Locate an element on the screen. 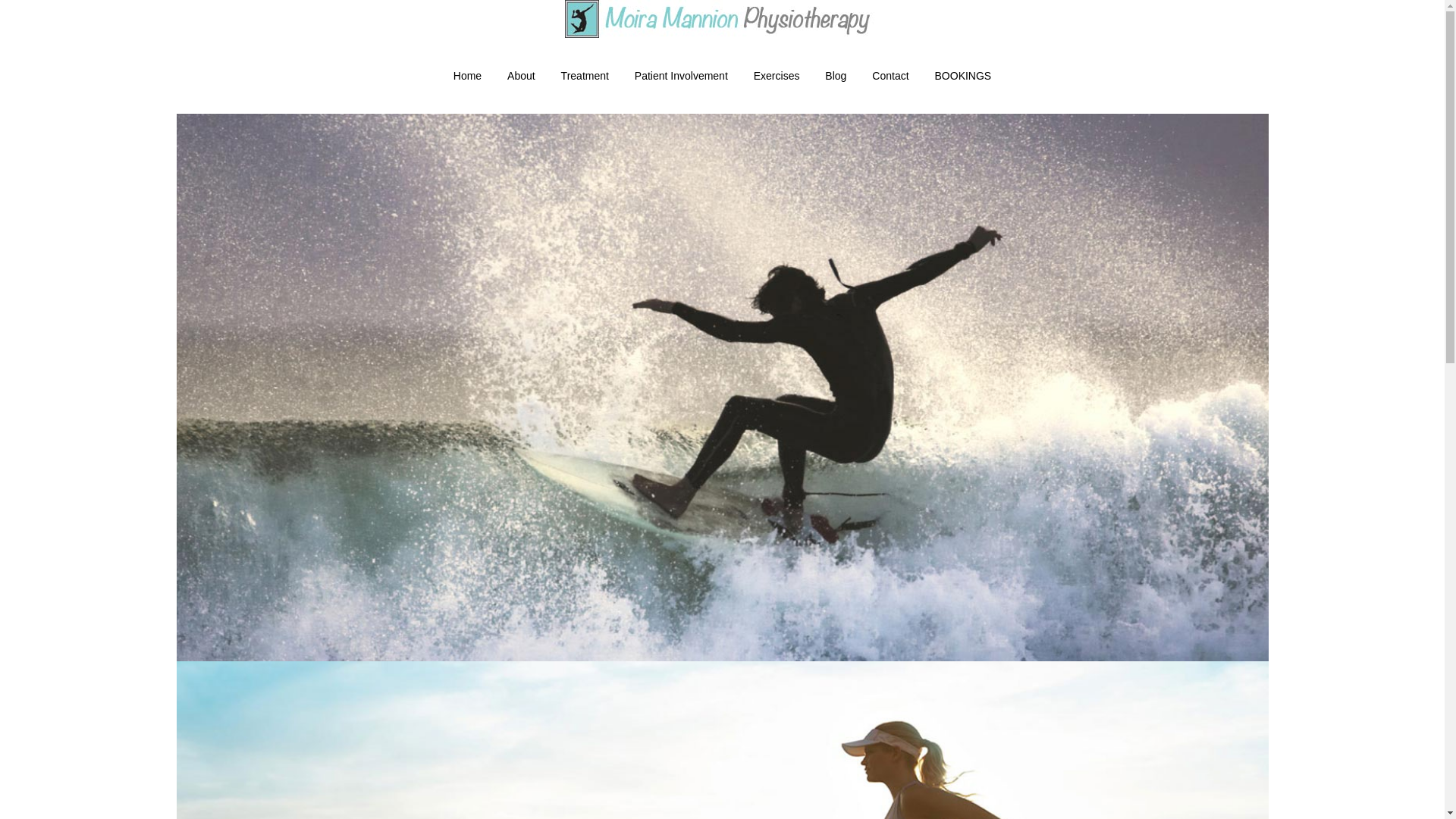 The height and width of the screenshot is (819, 1456). 'Exercises' is located at coordinates (777, 76).